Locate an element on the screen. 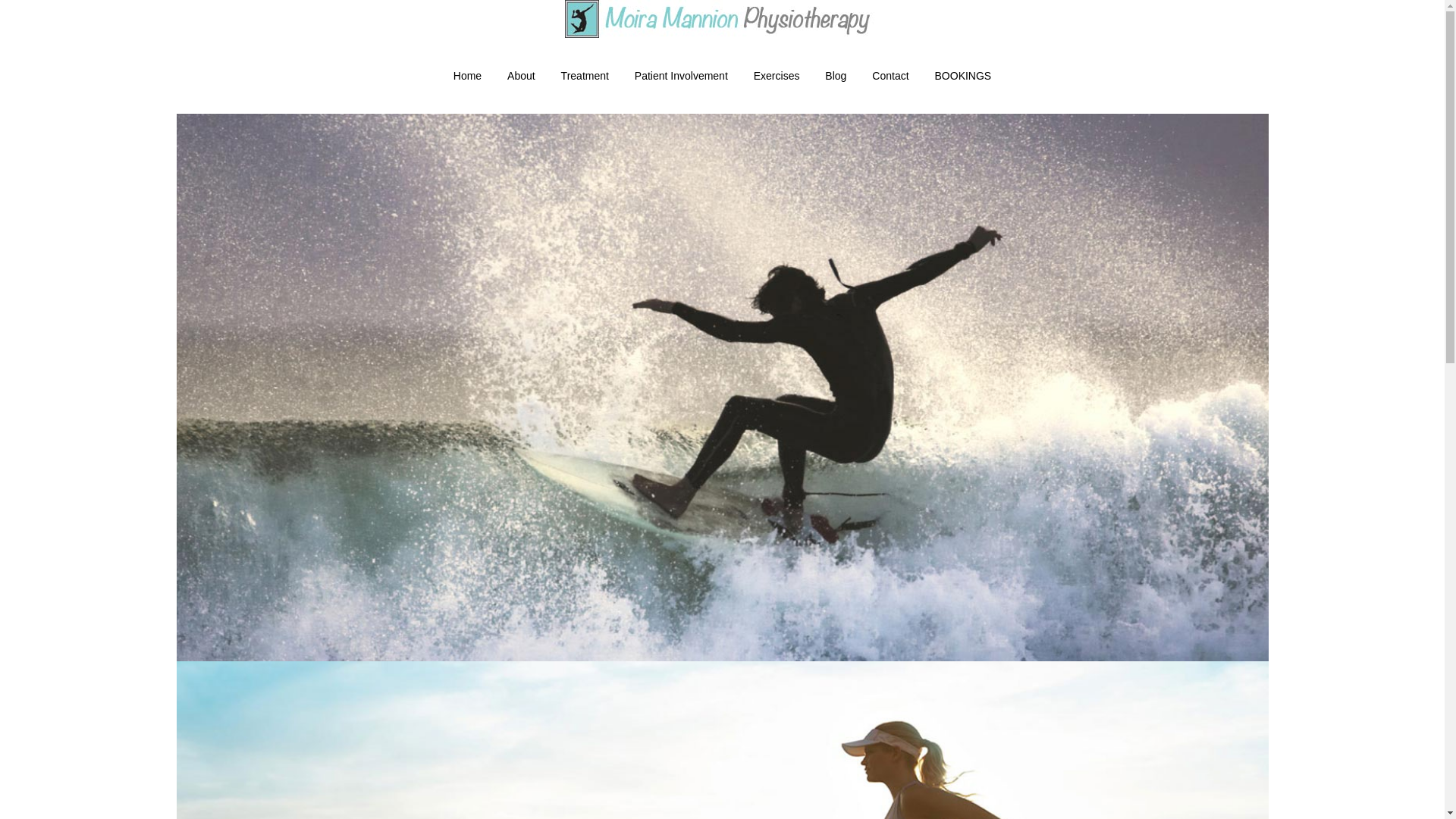 The height and width of the screenshot is (819, 1456). 'Exercises' is located at coordinates (777, 76).